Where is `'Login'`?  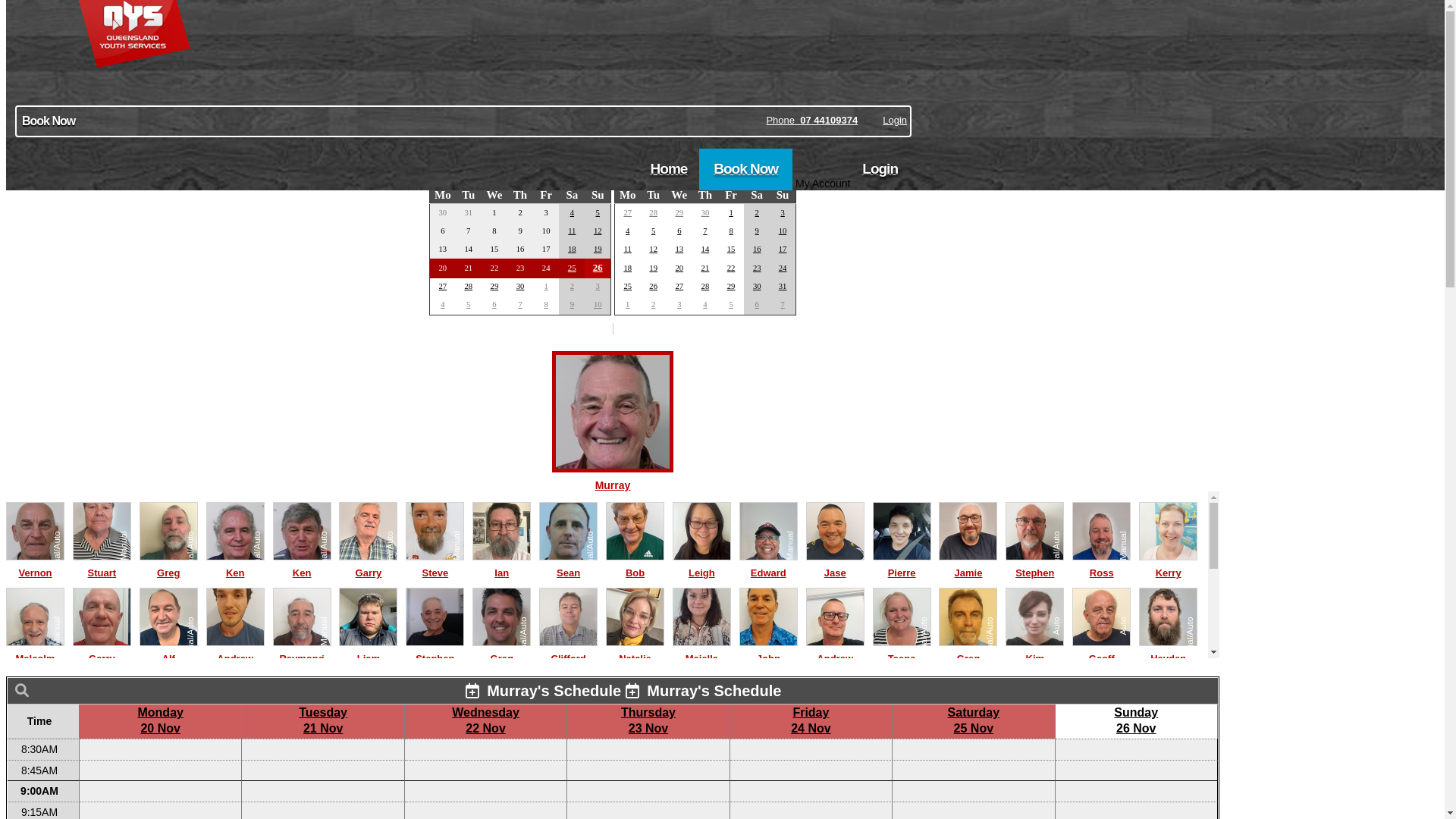 'Login' is located at coordinates (882, 119).